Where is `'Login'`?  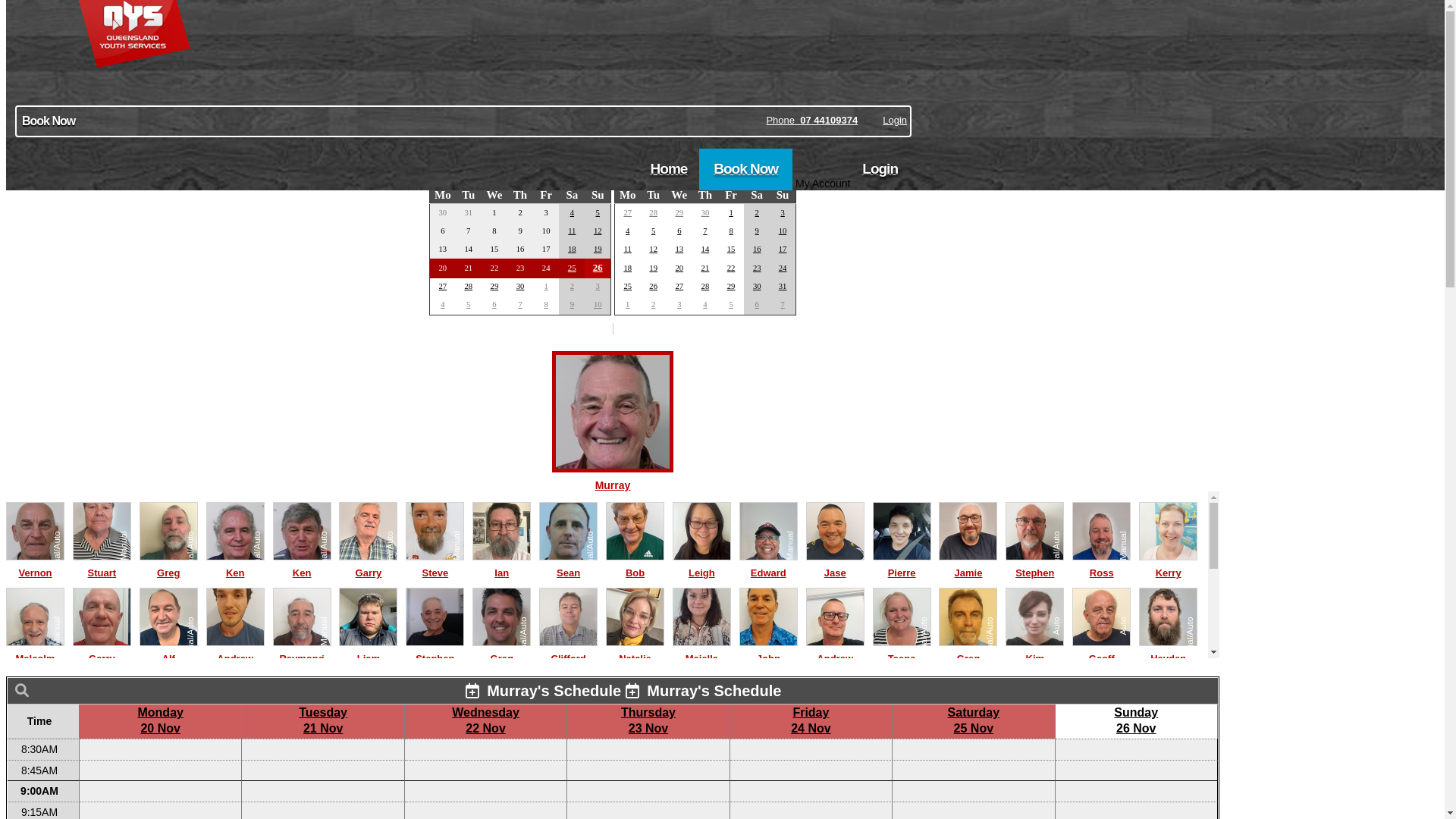 'Login' is located at coordinates (882, 119).